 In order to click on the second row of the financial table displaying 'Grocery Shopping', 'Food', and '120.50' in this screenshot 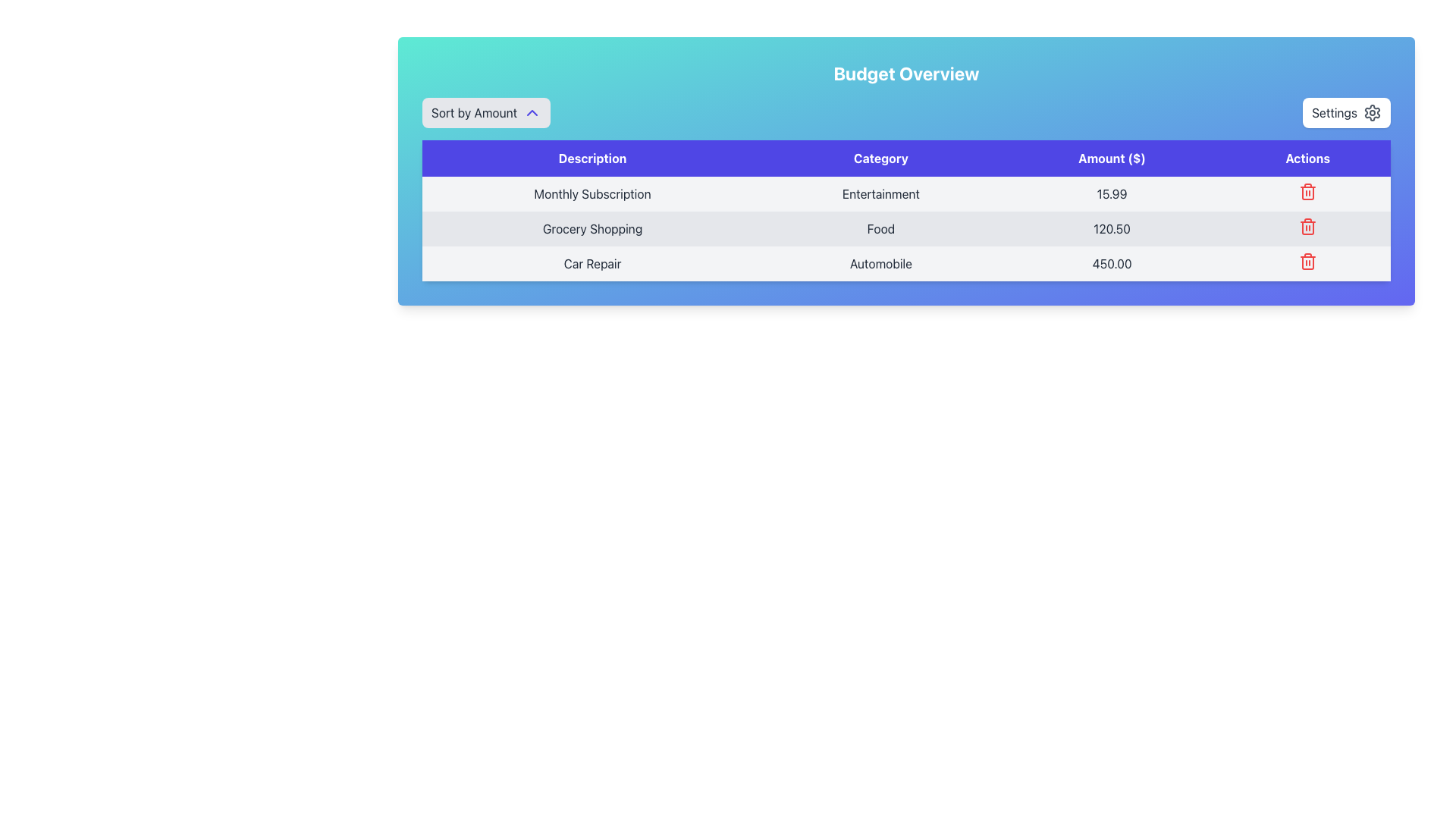, I will do `click(906, 228)`.